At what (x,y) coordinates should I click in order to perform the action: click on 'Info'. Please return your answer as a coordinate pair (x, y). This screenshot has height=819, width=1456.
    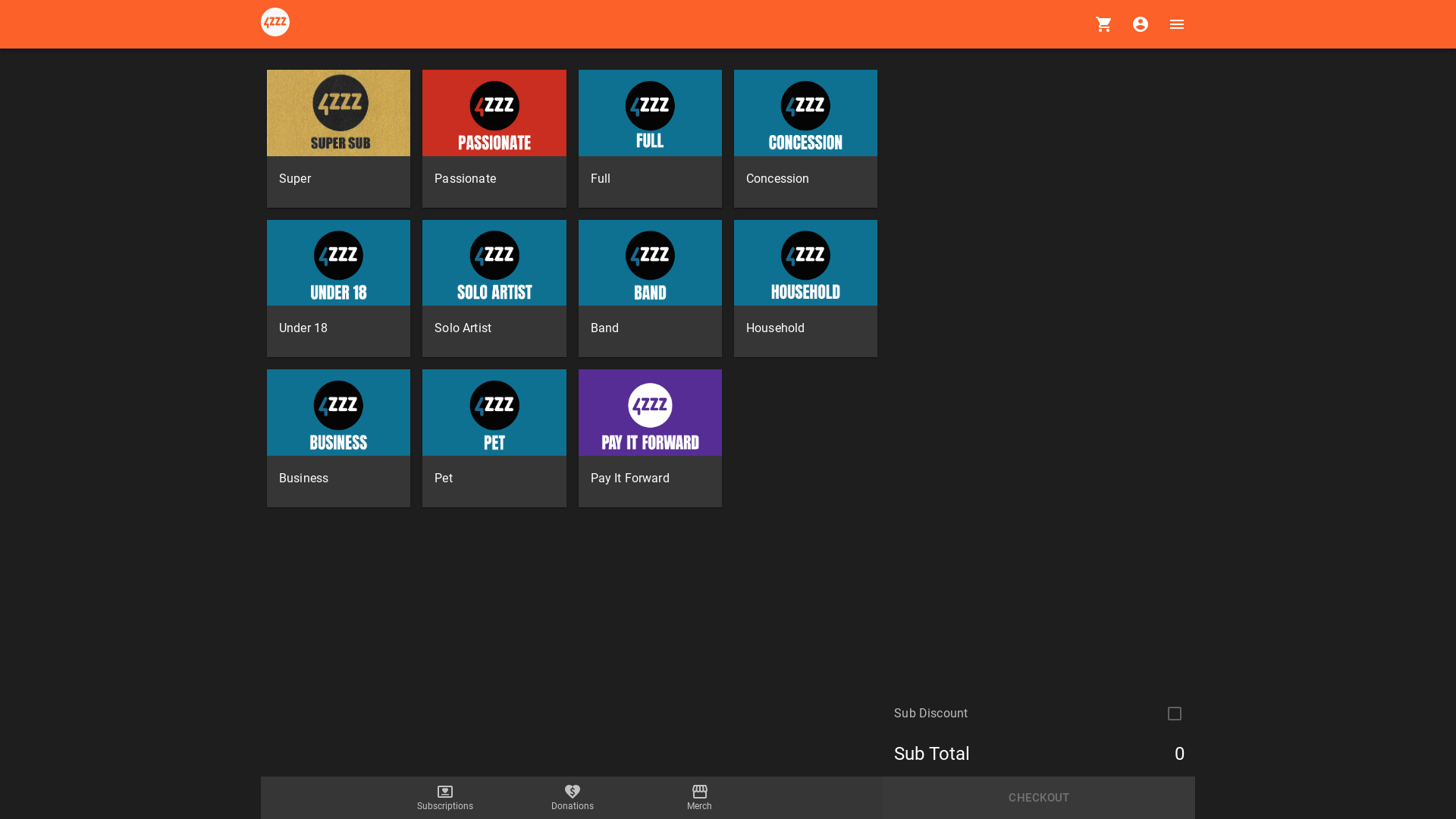
    Looking at the image, I should click on (261, 24).